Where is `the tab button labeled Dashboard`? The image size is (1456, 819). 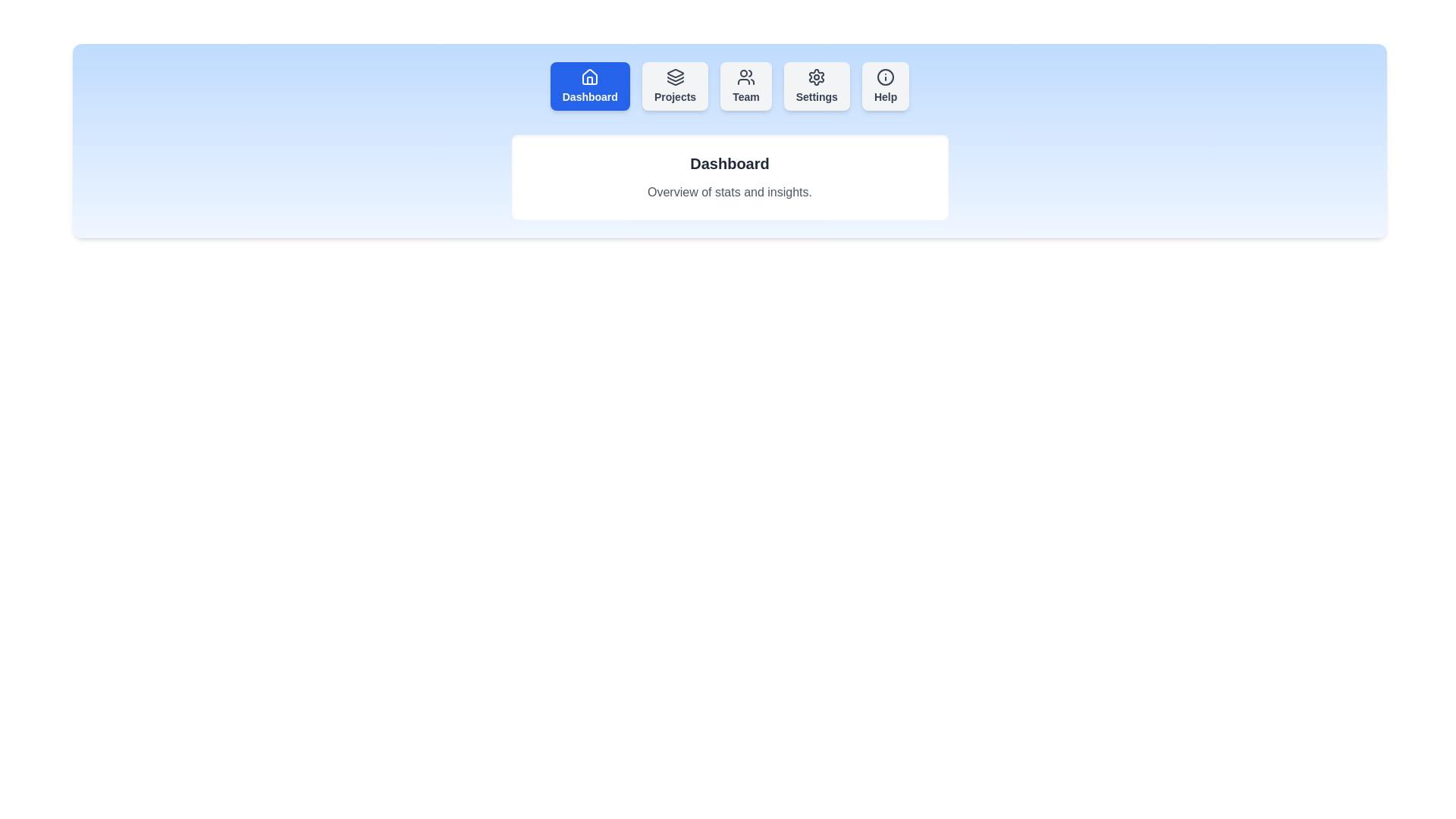
the tab button labeled Dashboard is located at coordinates (588, 86).